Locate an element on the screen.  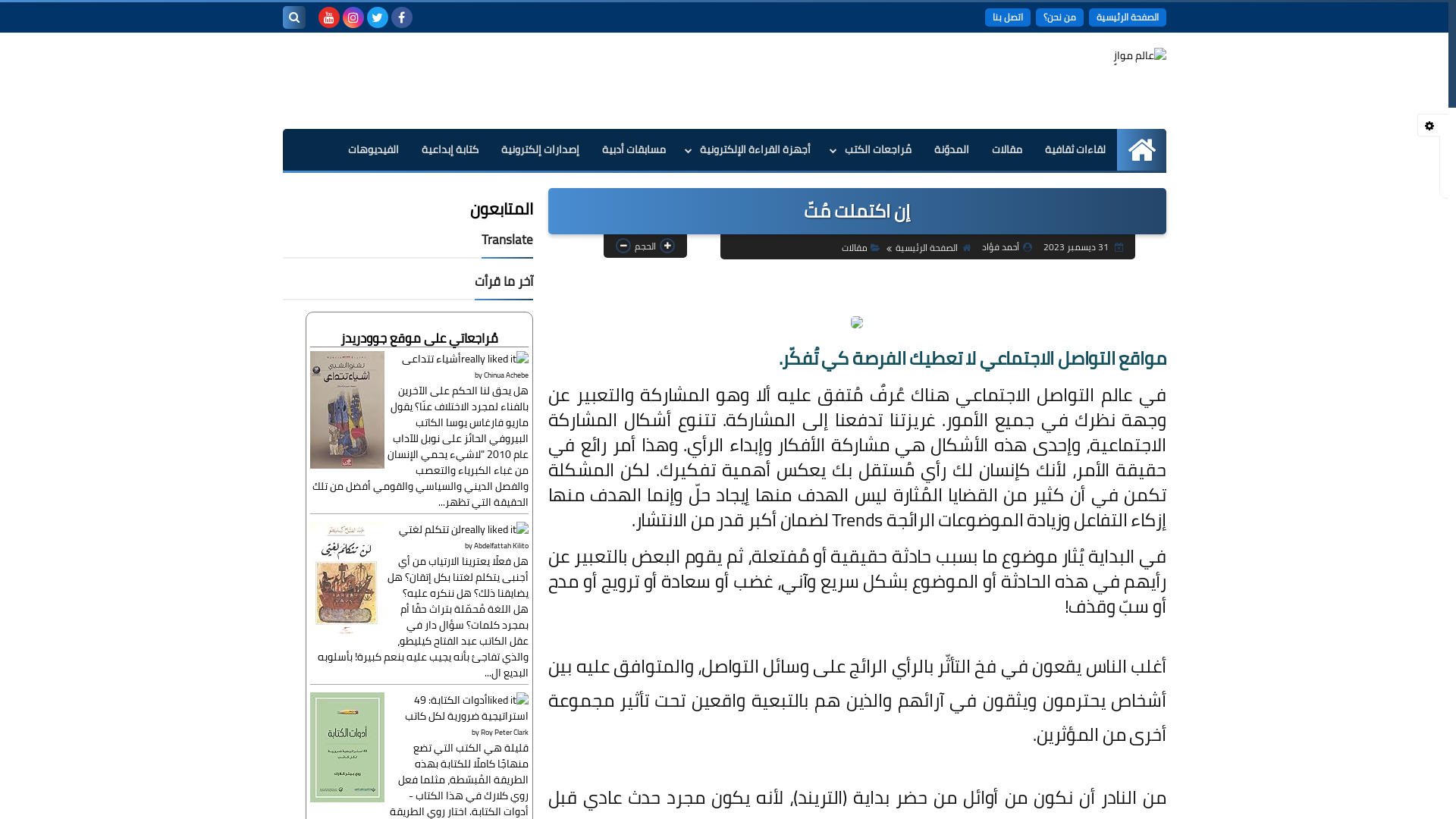
'youtube' is located at coordinates (318, 17).